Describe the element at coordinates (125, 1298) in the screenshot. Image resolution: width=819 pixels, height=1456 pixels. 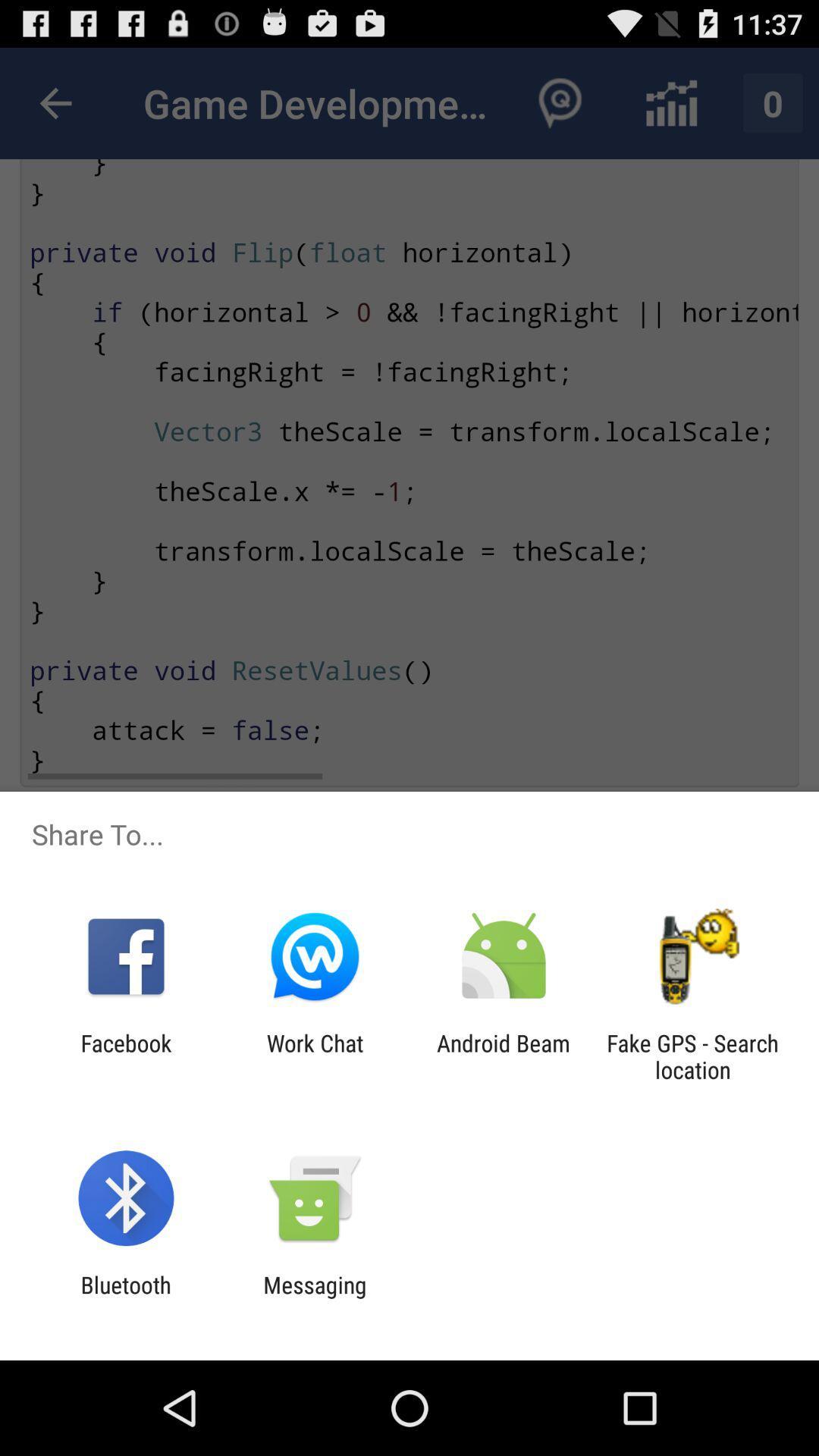
I see `icon to the left of messaging app` at that location.